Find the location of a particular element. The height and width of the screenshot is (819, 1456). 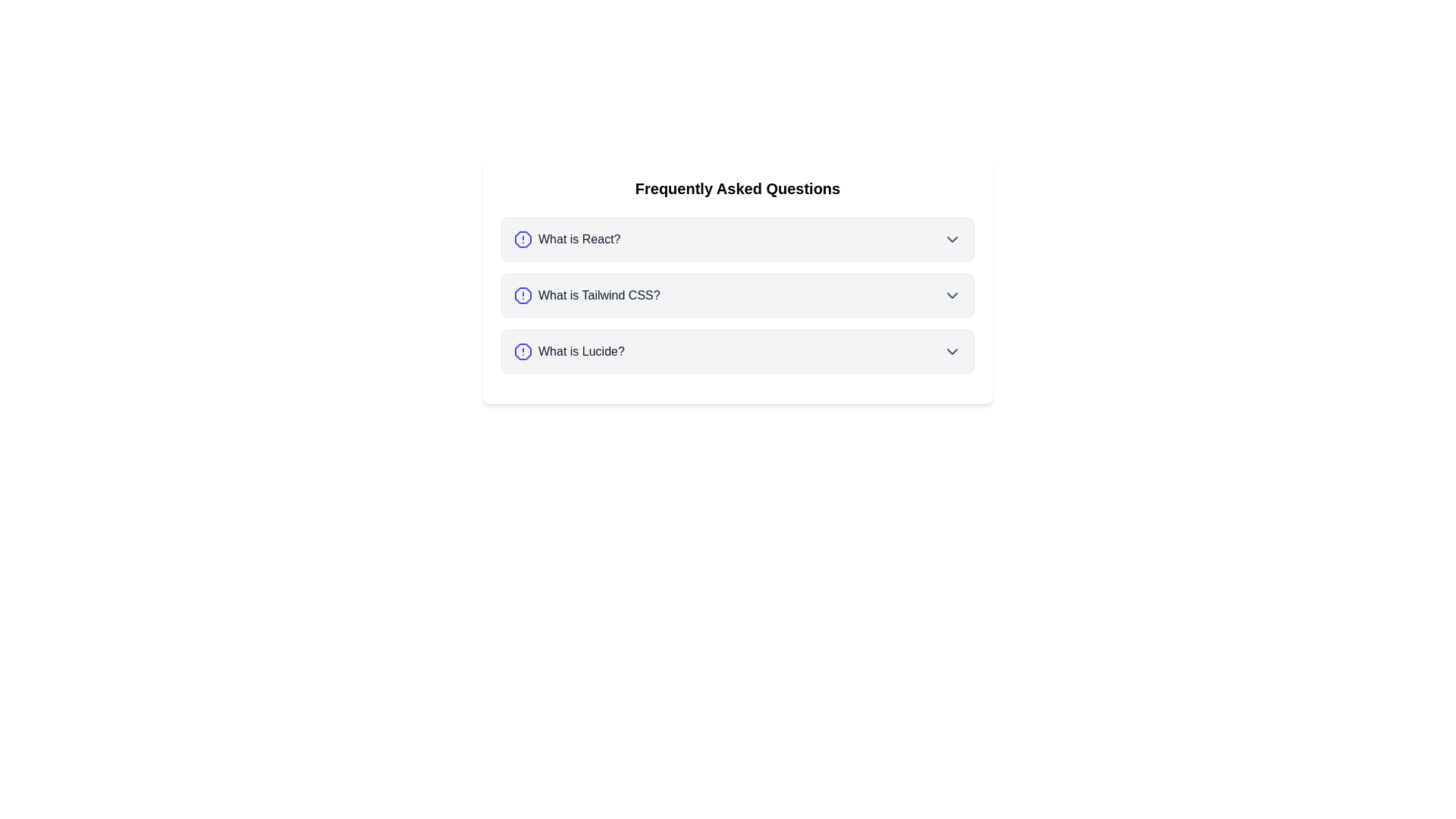

the third question in the Interactive FAQ section is located at coordinates (568, 351).